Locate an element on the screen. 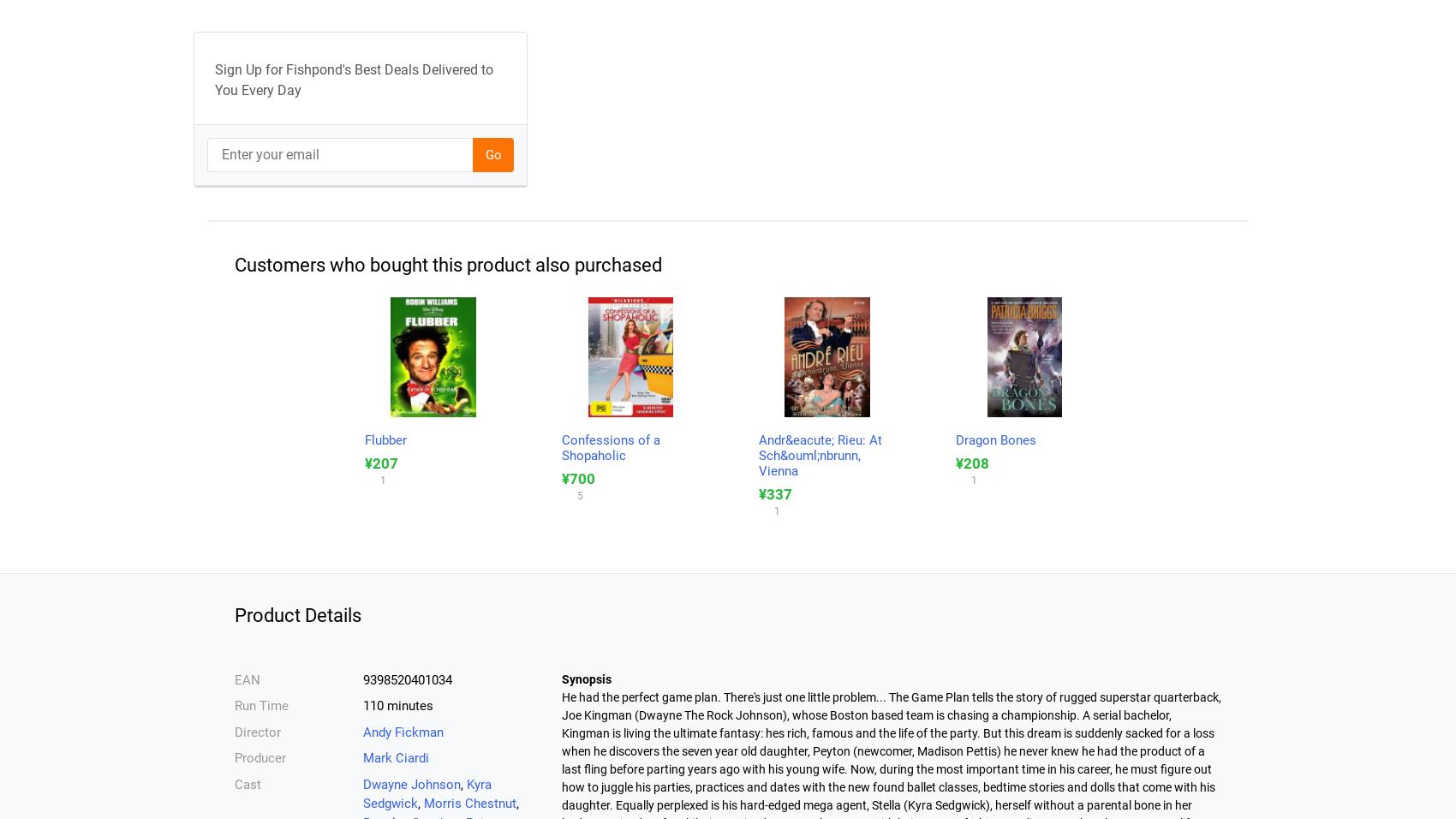 Image resolution: width=1456 pixels, height=819 pixels. 'Andy Fickman' is located at coordinates (361, 731).